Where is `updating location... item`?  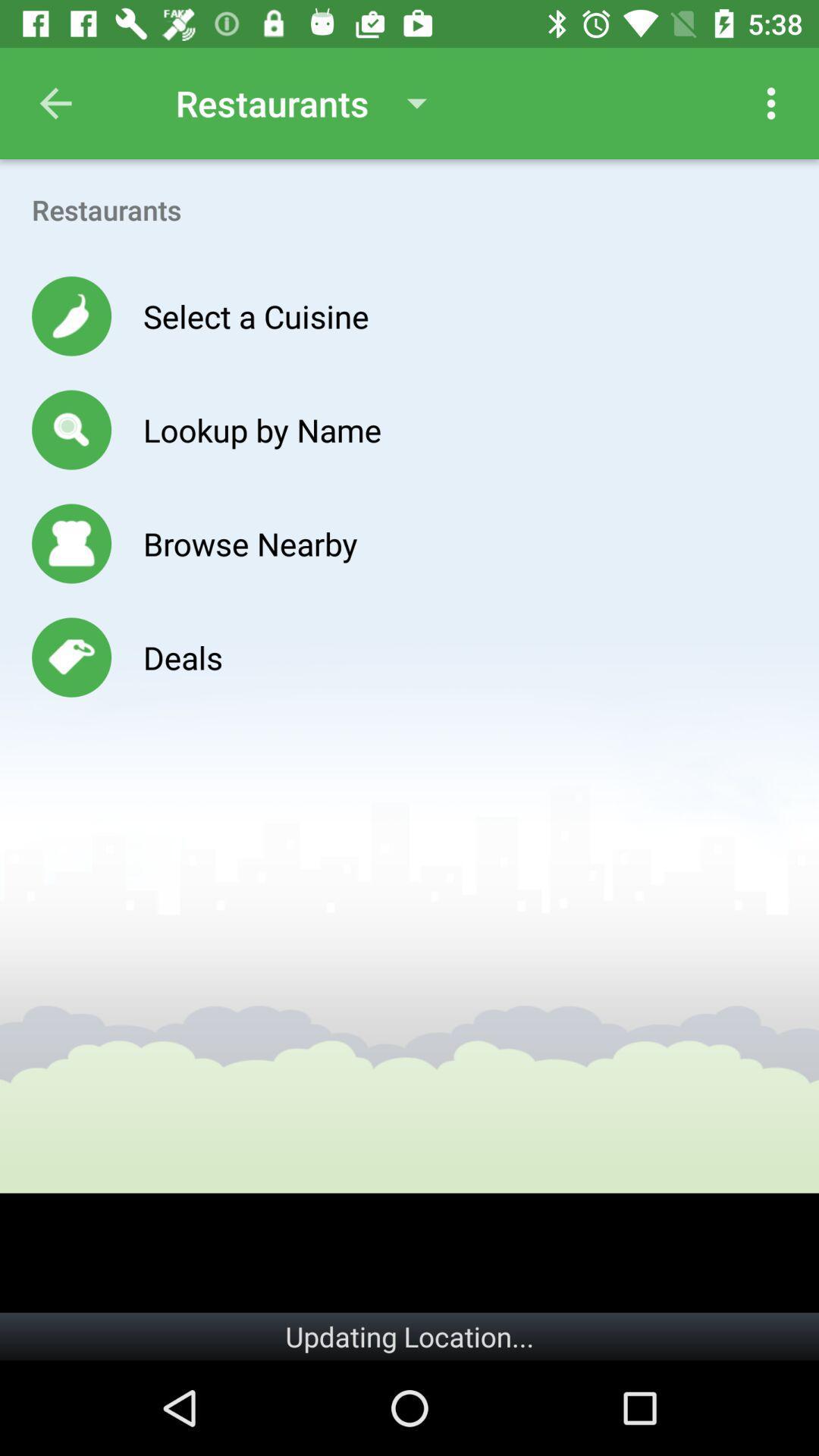 updating location... item is located at coordinates (409, 1336).